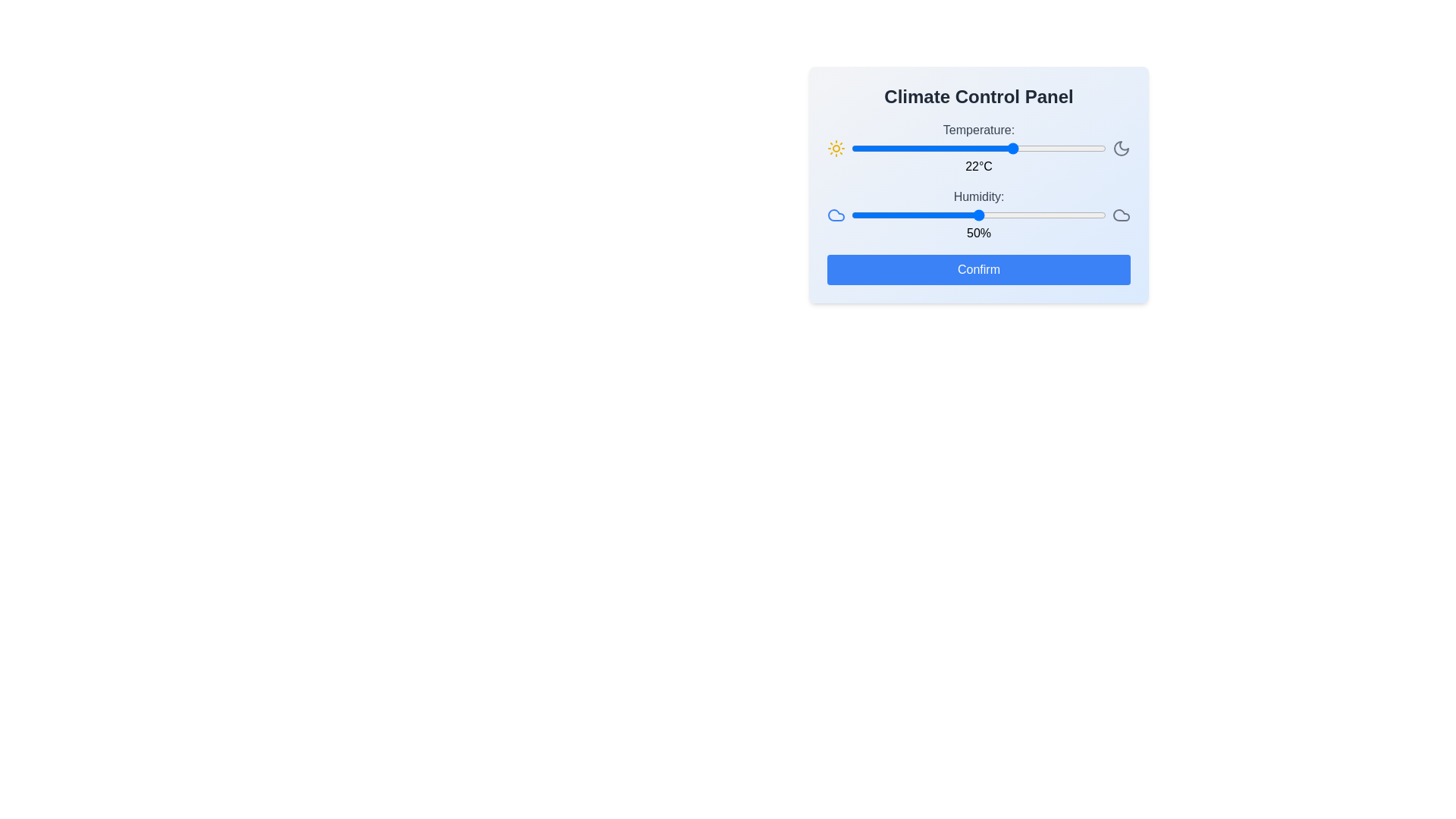  I want to click on the temperature slider to -6°C, so click(871, 149).